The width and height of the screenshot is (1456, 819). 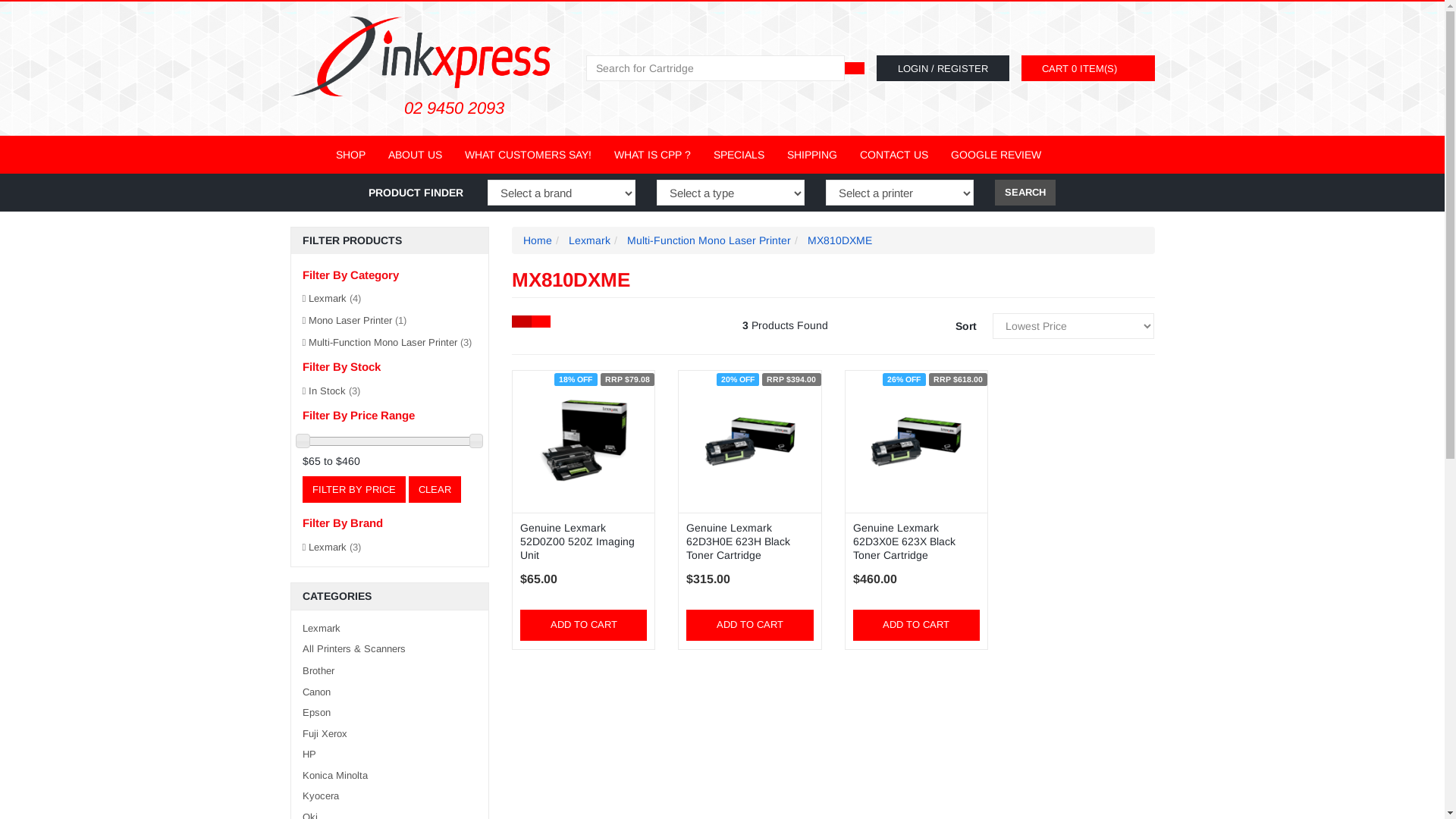 What do you see at coordinates (414, 155) in the screenshot?
I see `'ABOUT US'` at bounding box center [414, 155].